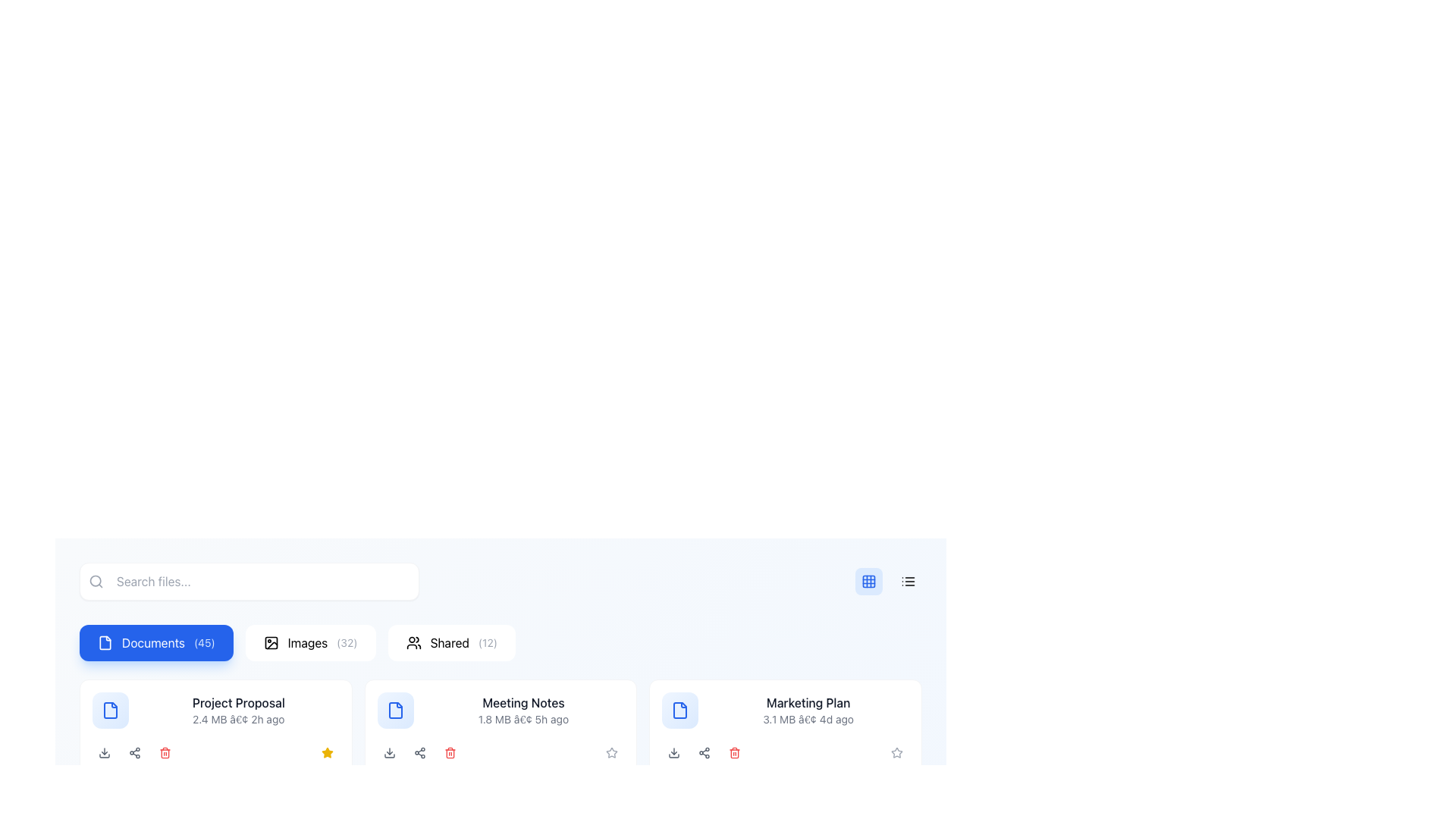  I want to click on the document icon styled as an outlined blue shape within the 'Marketing Plan' card, which is the fourth card in a grid layout of file cards, so click(679, 711).